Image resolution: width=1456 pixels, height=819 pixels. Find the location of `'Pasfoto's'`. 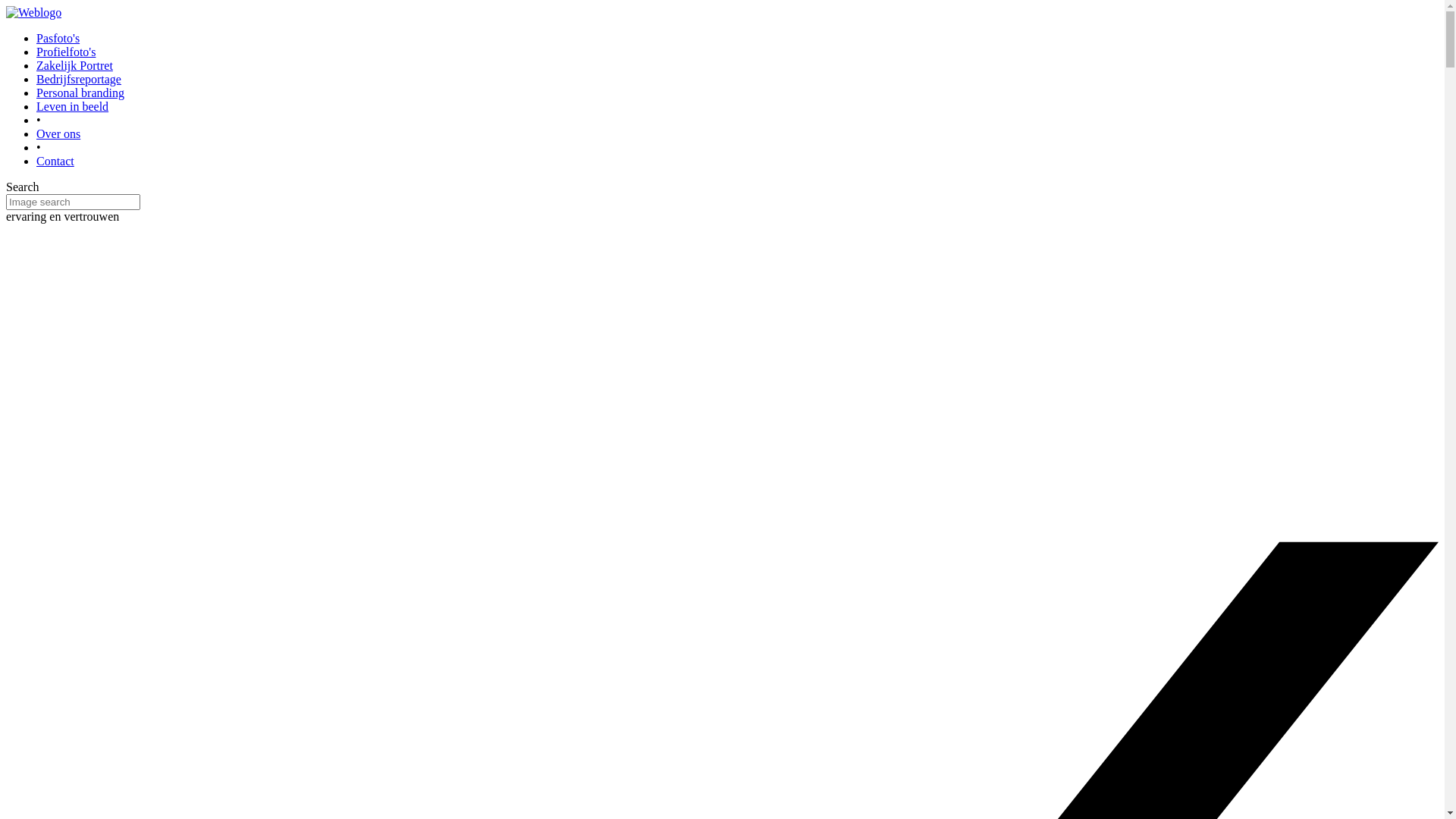

'Pasfoto's' is located at coordinates (36, 37).